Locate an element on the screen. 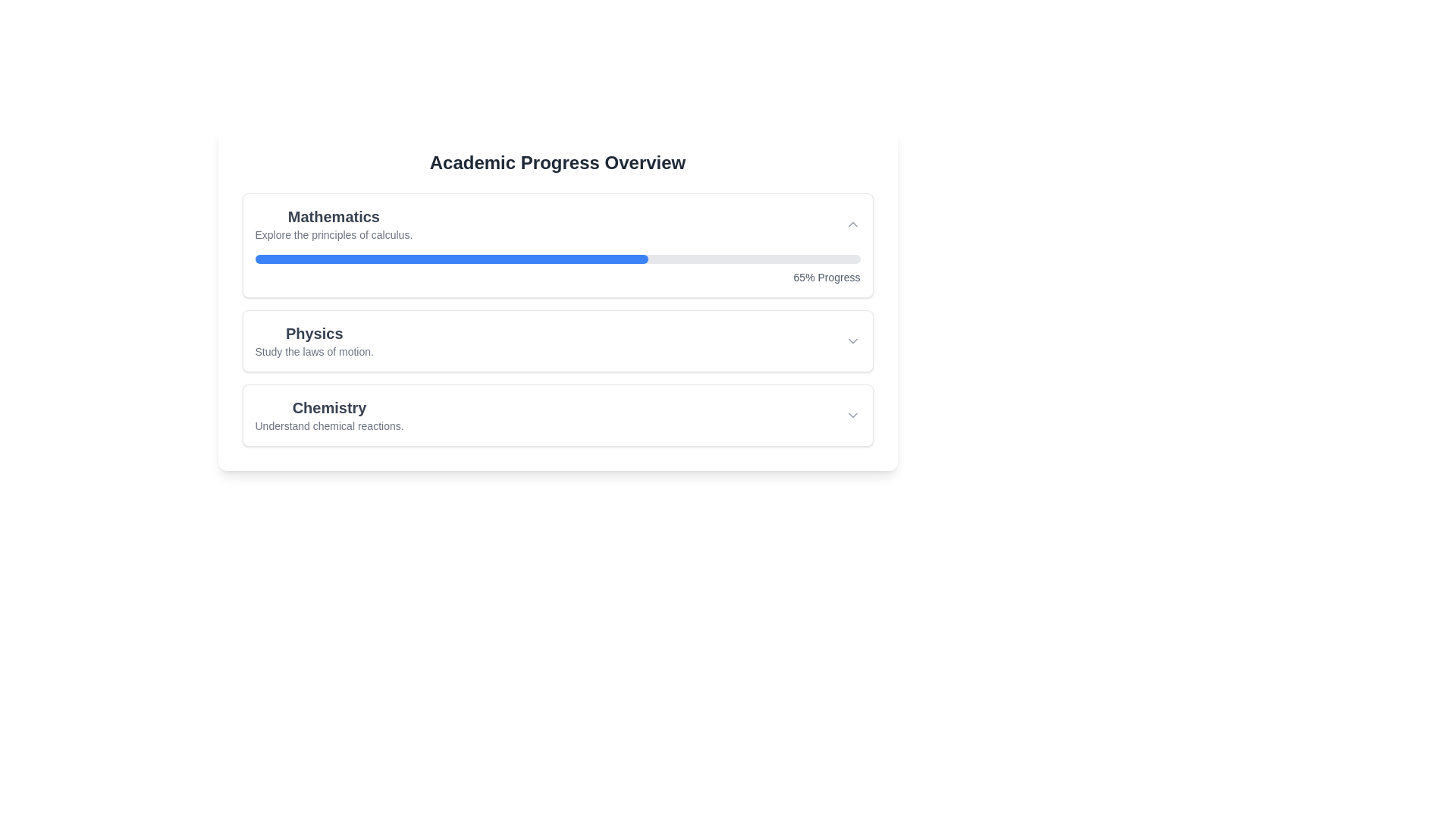 The width and height of the screenshot is (1456, 819). the interactive progress bar that is light gray with a blue fill at approximately 65% width, located below the '65% Progress' label is located at coordinates (557, 259).